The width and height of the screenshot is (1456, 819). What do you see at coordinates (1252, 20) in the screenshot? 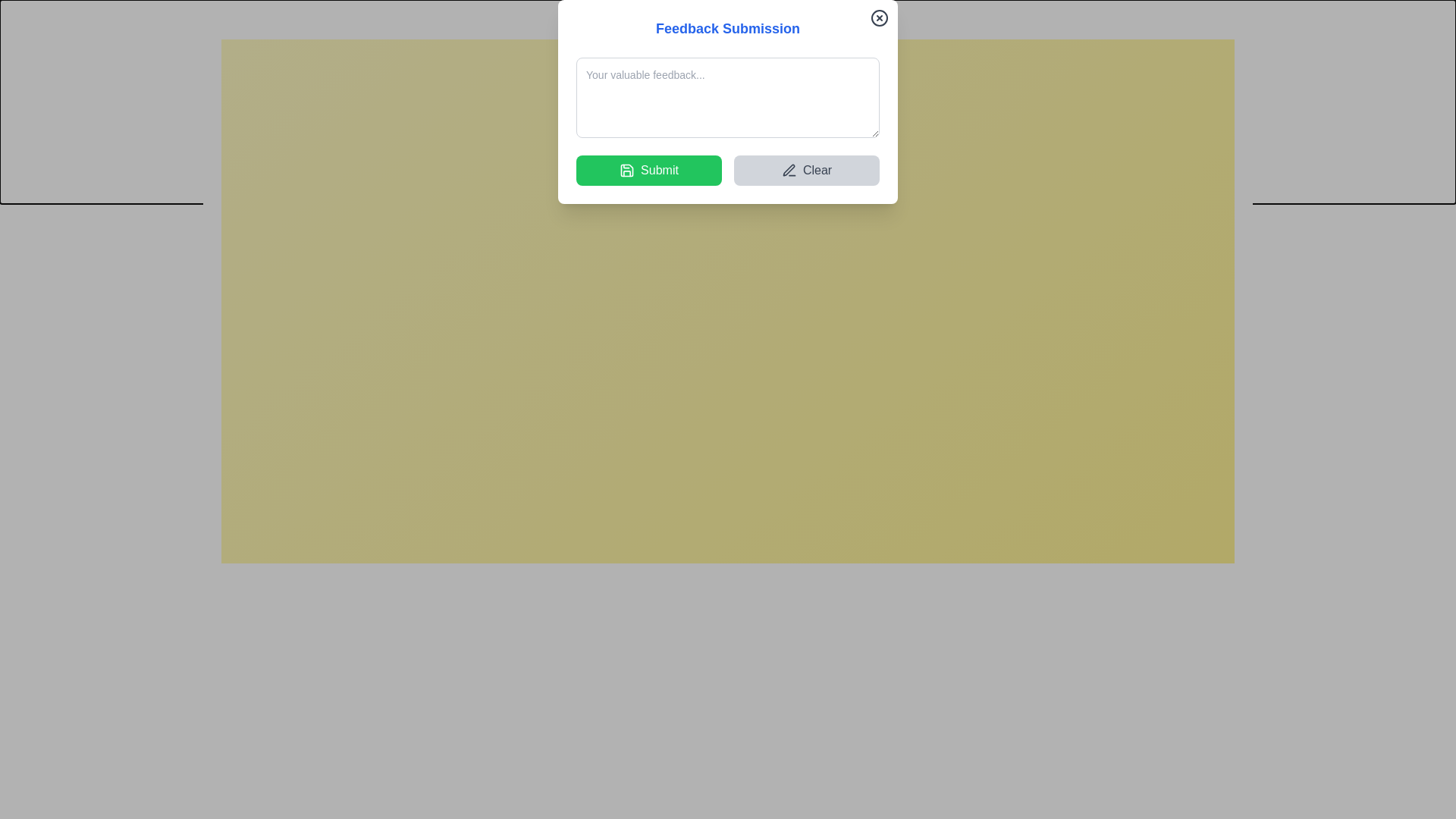
I see `the 'Close' button in the top-right corner of the dialog` at bounding box center [1252, 20].